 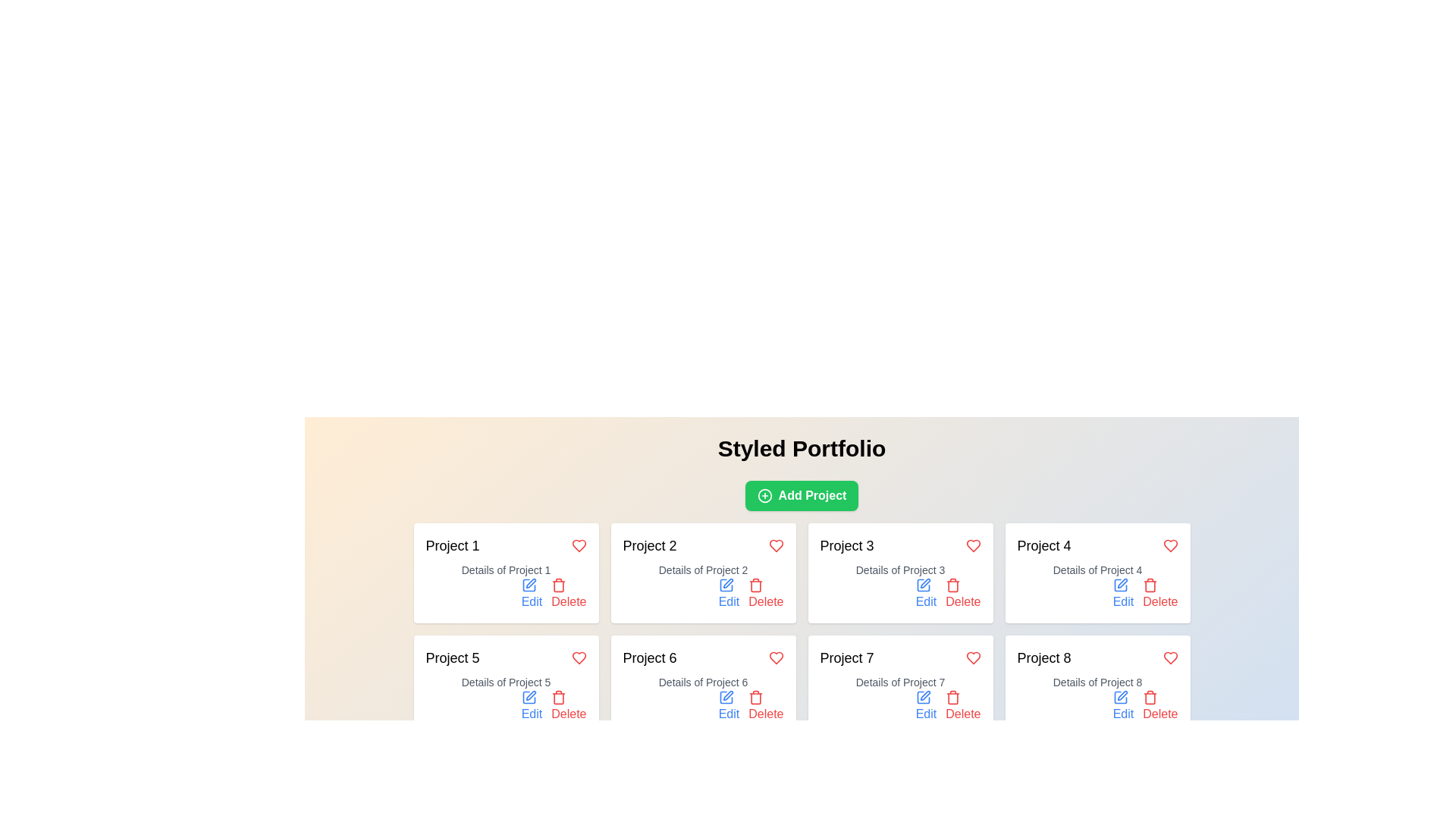 I want to click on the heart icon button located in the bottom-right corner of the card labeled 'Project 8', so click(x=1169, y=657).